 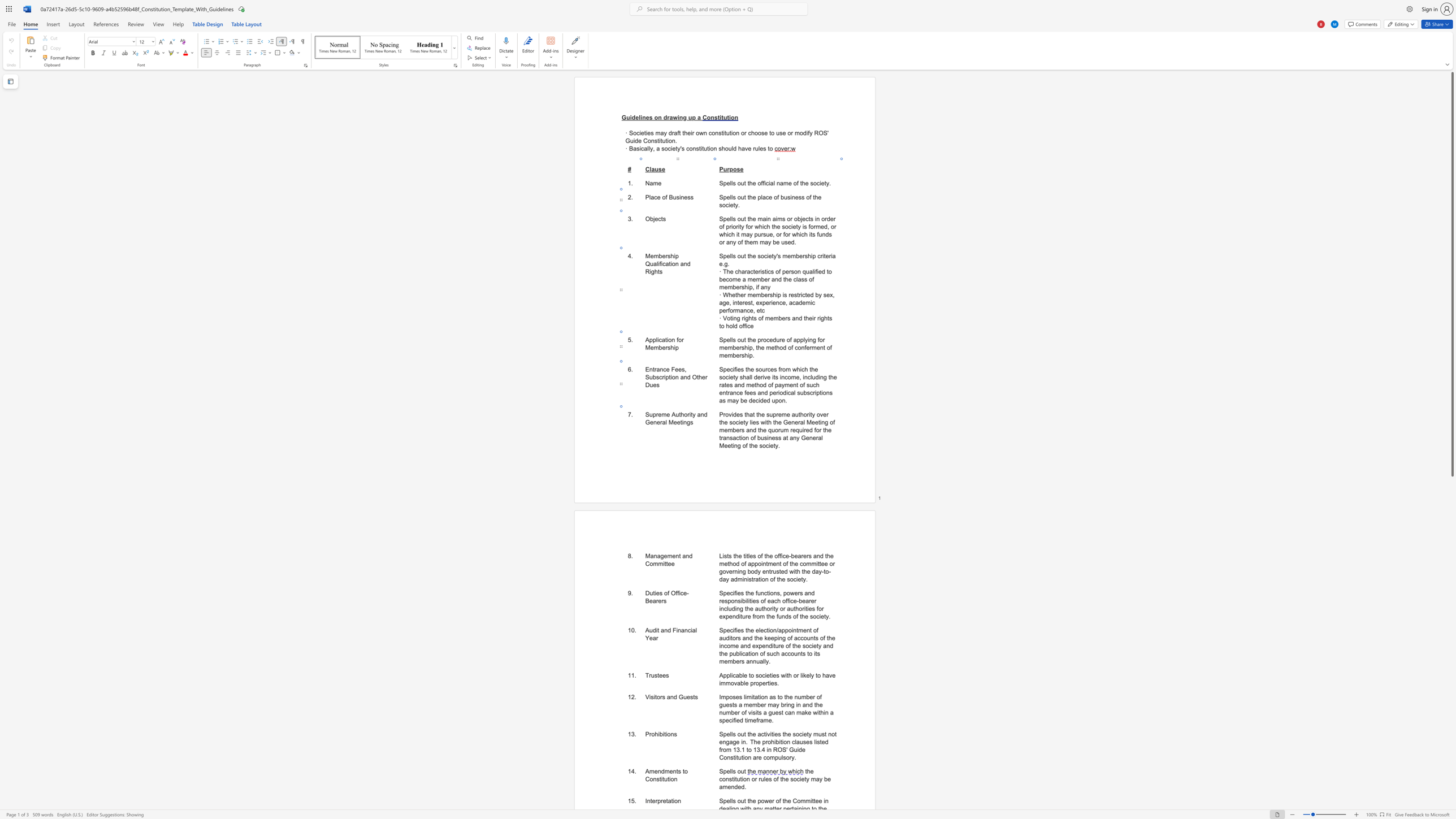 I want to click on the 2th character "s" in the text, so click(x=767, y=414).